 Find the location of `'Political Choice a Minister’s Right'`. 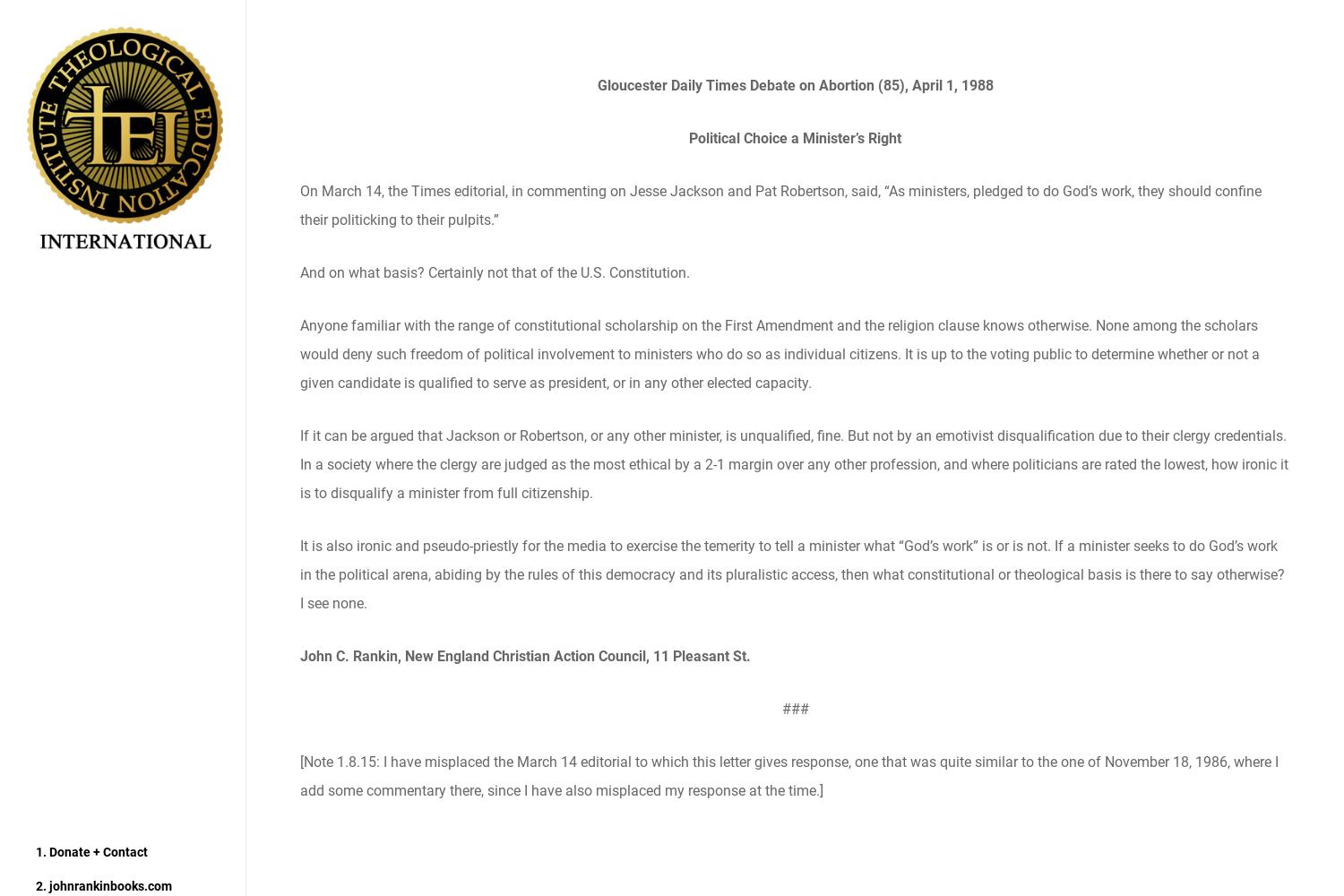

'Political Choice a Minister’s Right' is located at coordinates (795, 138).